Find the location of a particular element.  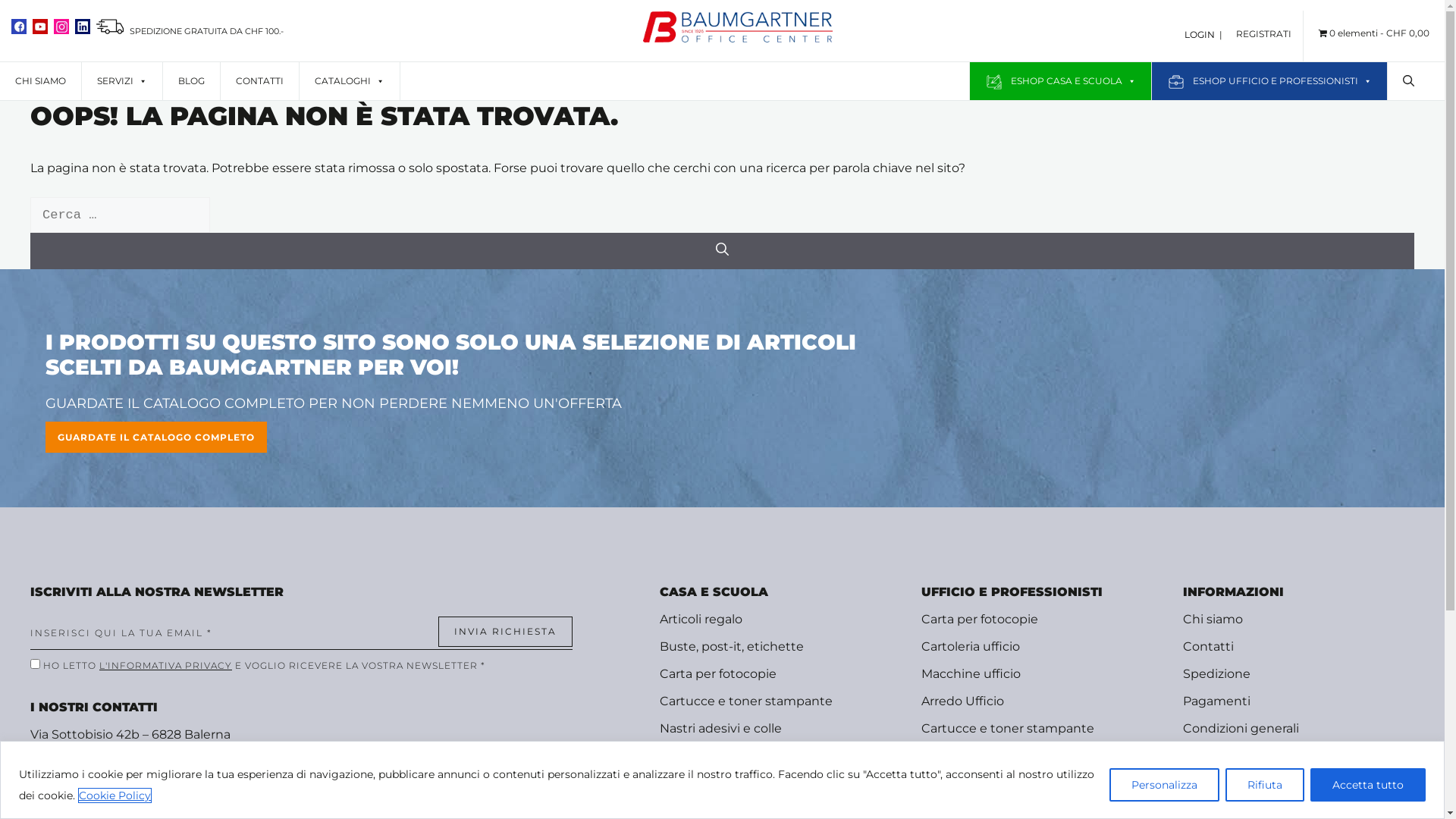

'CONTATTI' is located at coordinates (259, 81).